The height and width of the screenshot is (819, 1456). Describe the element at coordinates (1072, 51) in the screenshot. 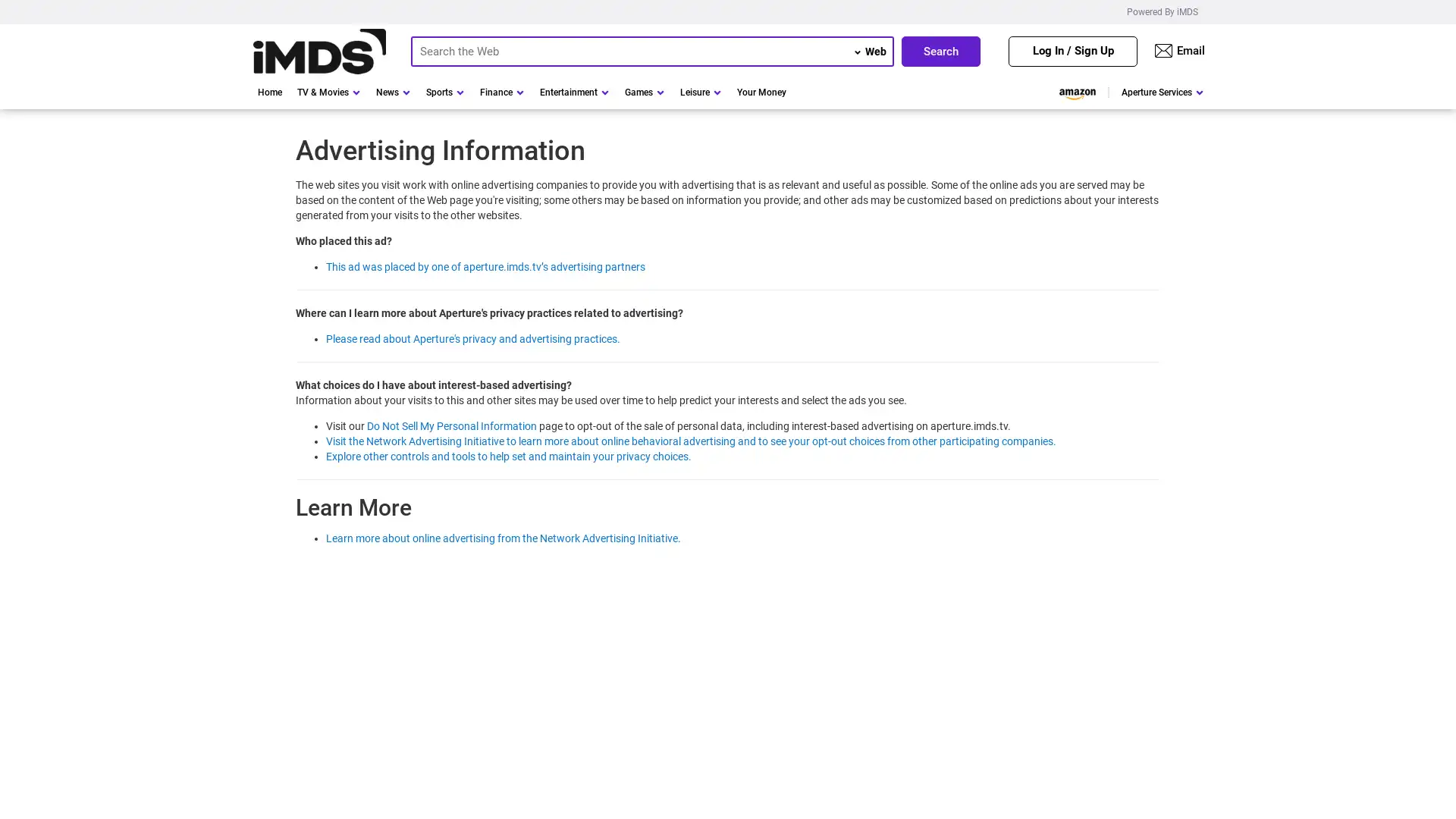

I see `Log In / Sign Up` at that location.